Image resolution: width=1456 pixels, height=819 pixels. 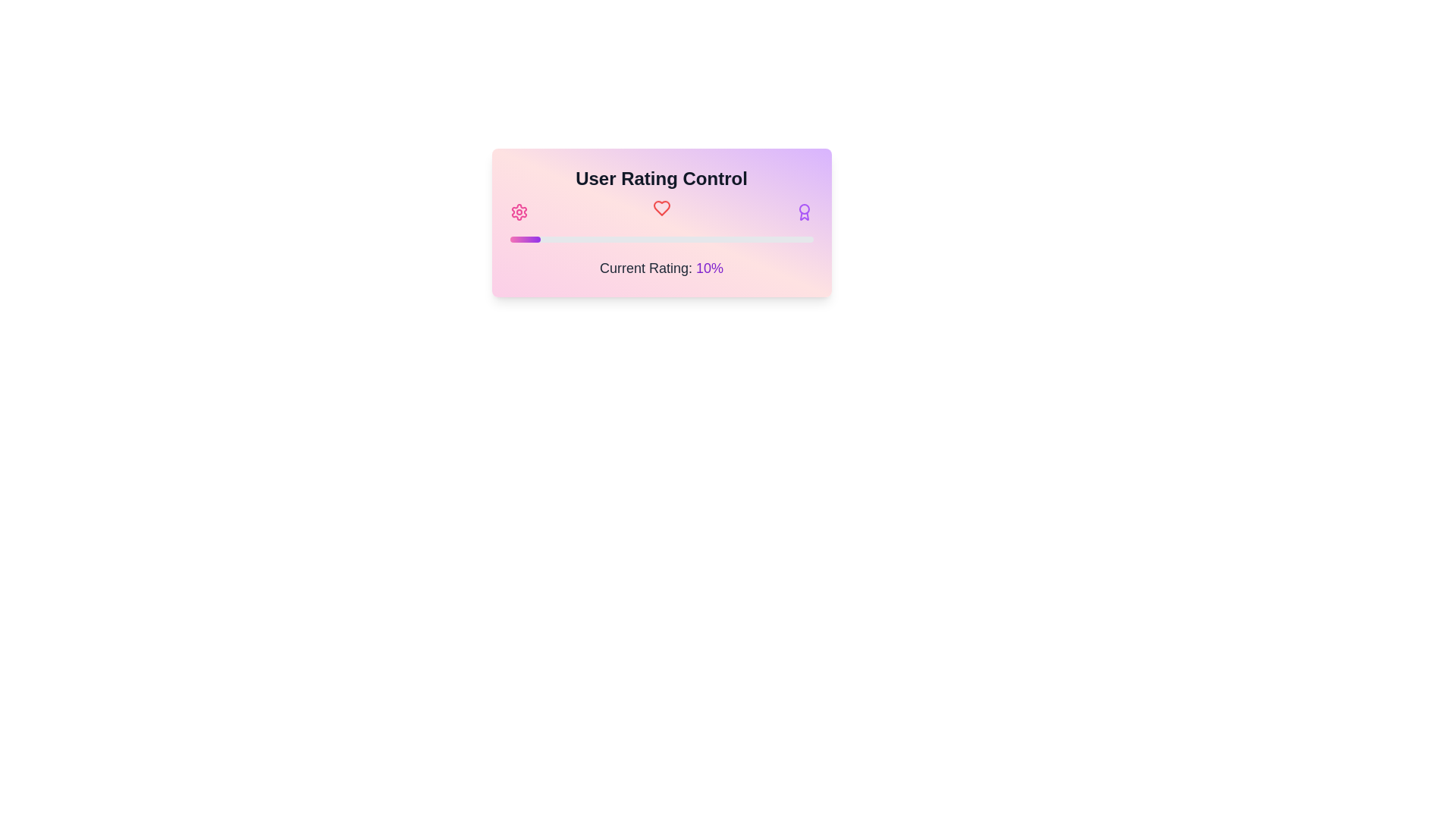 What do you see at coordinates (767, 212) in the screenshot?
I see `the rating value` at bounding box center [767, 212].